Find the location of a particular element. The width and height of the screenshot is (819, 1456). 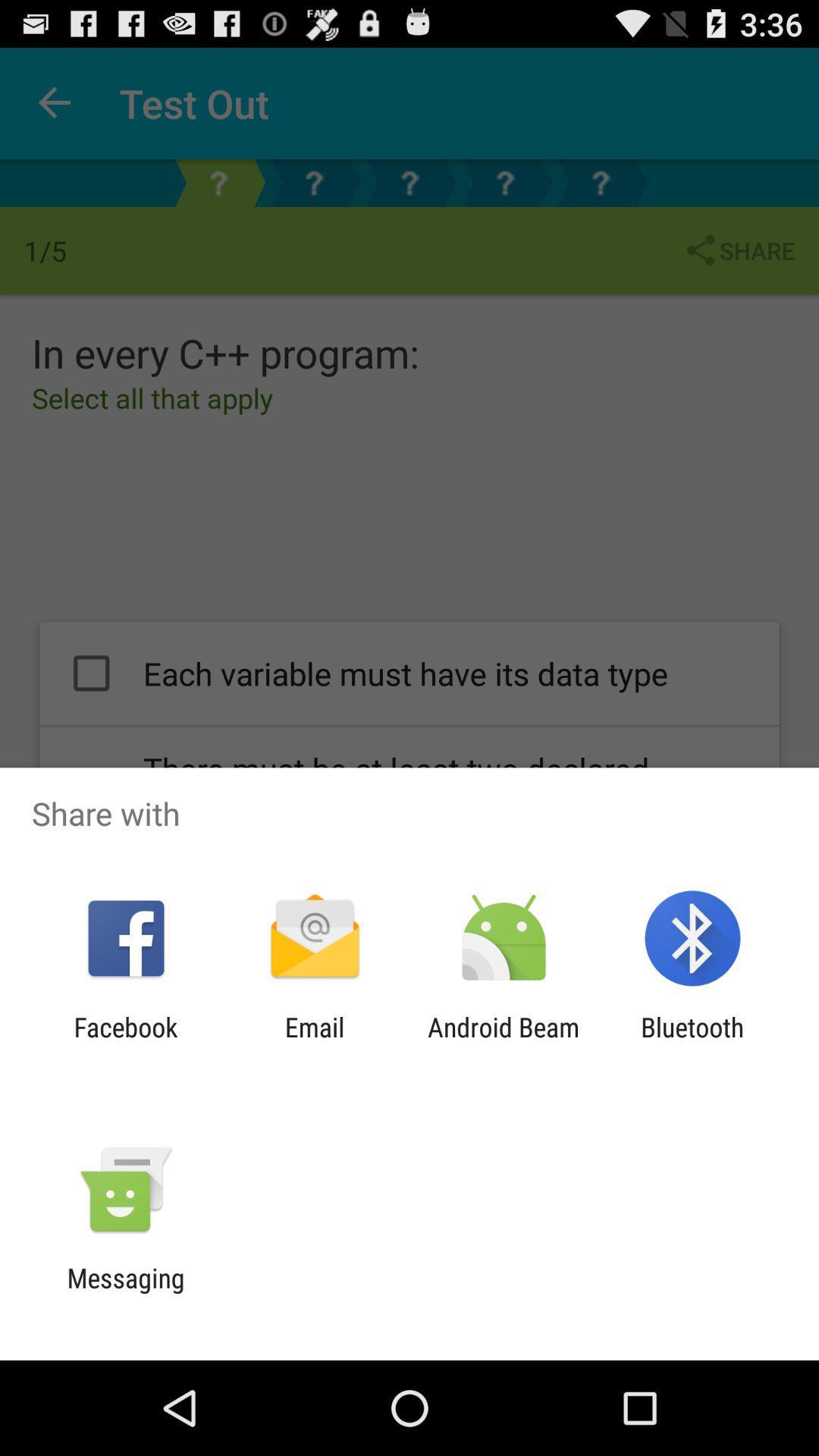

android beam icon is located at coordinates (504, 1042).